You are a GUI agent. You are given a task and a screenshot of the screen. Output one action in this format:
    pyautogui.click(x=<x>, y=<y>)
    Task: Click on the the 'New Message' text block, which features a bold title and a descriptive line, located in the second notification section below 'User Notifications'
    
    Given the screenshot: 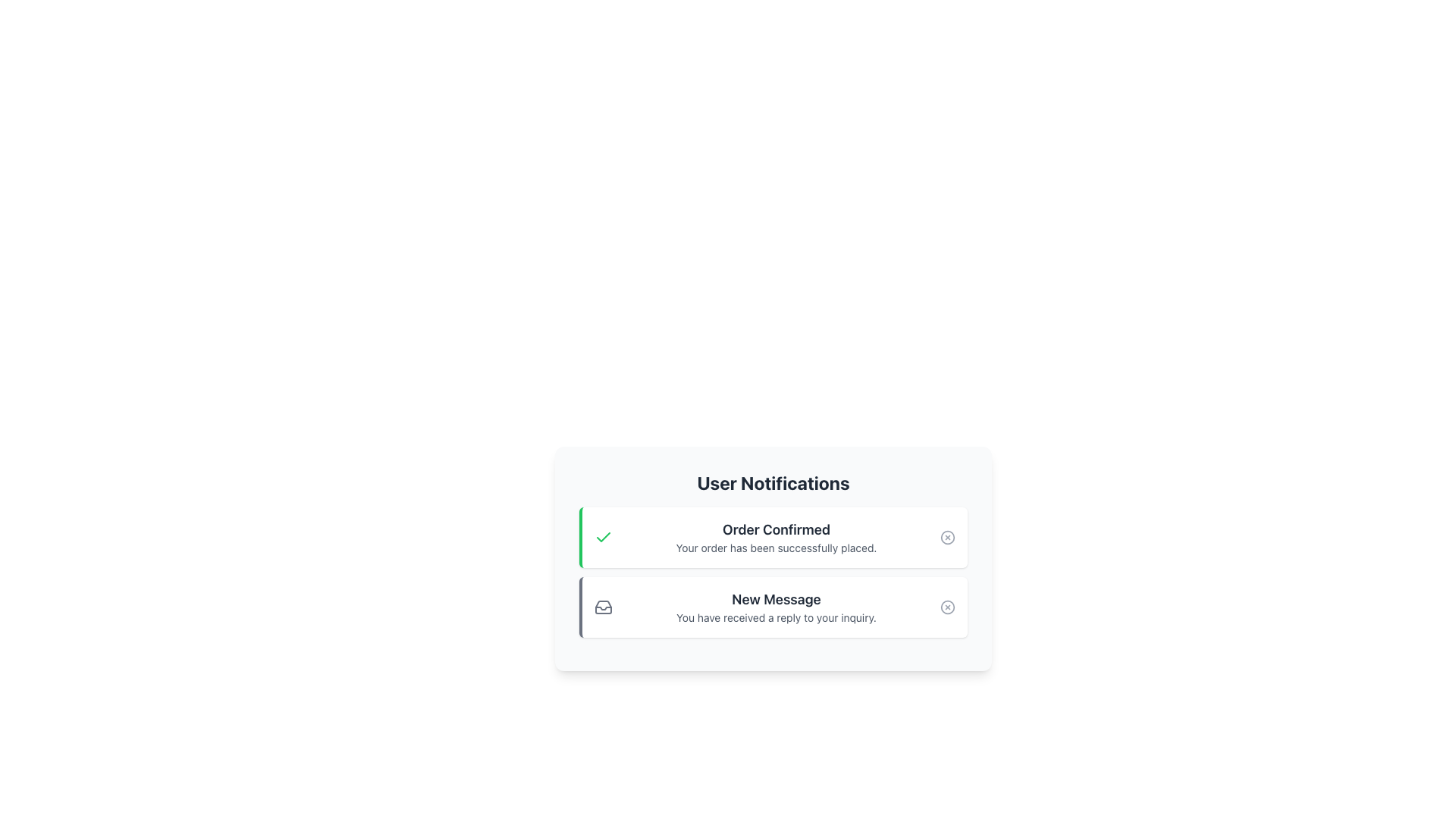 What is the action you would take?
    pyautogui.click(x=776, y=607)
    